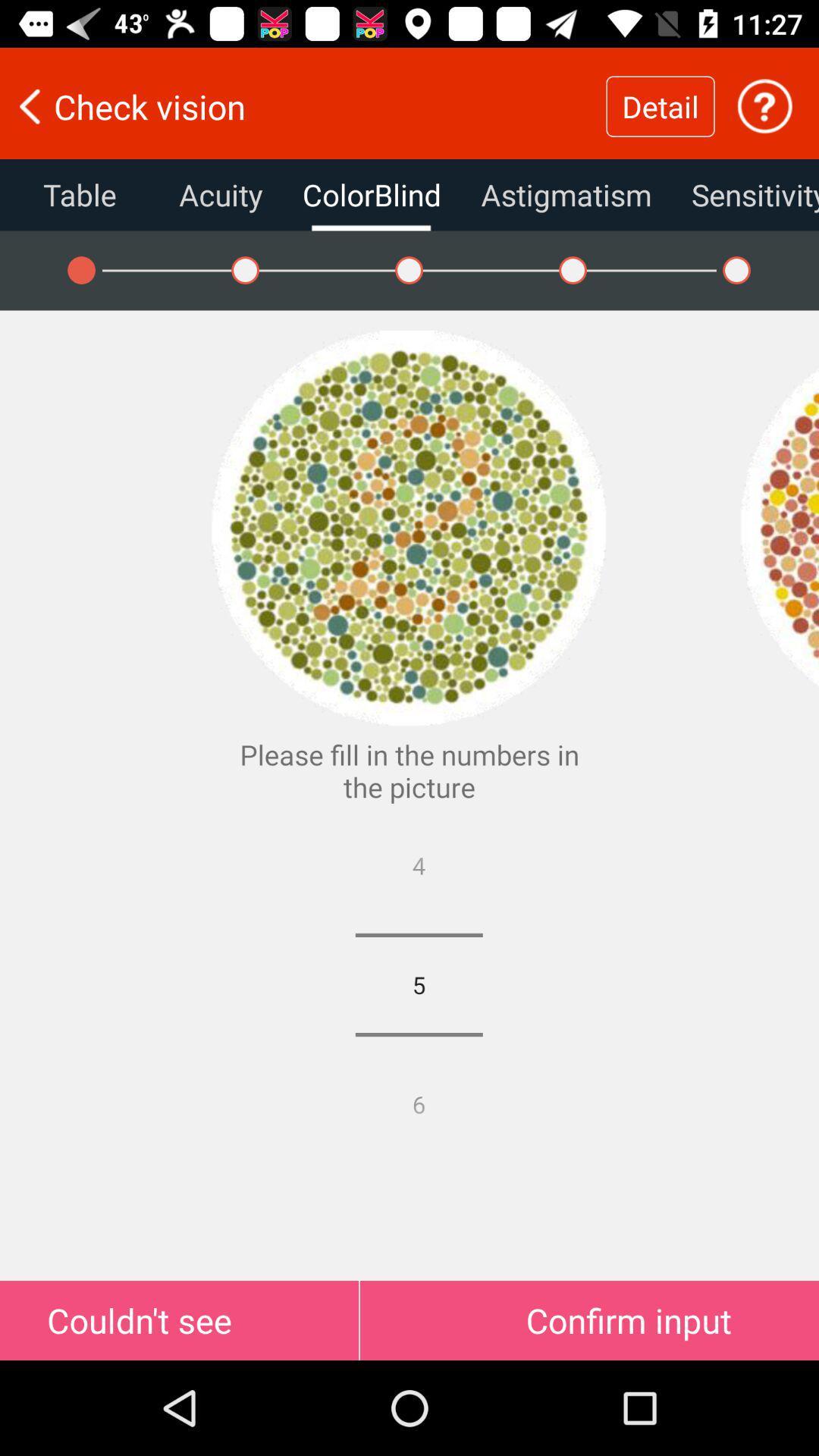 This screenshot has height=1456, width=819. I want to click on game, so click(779, 528).